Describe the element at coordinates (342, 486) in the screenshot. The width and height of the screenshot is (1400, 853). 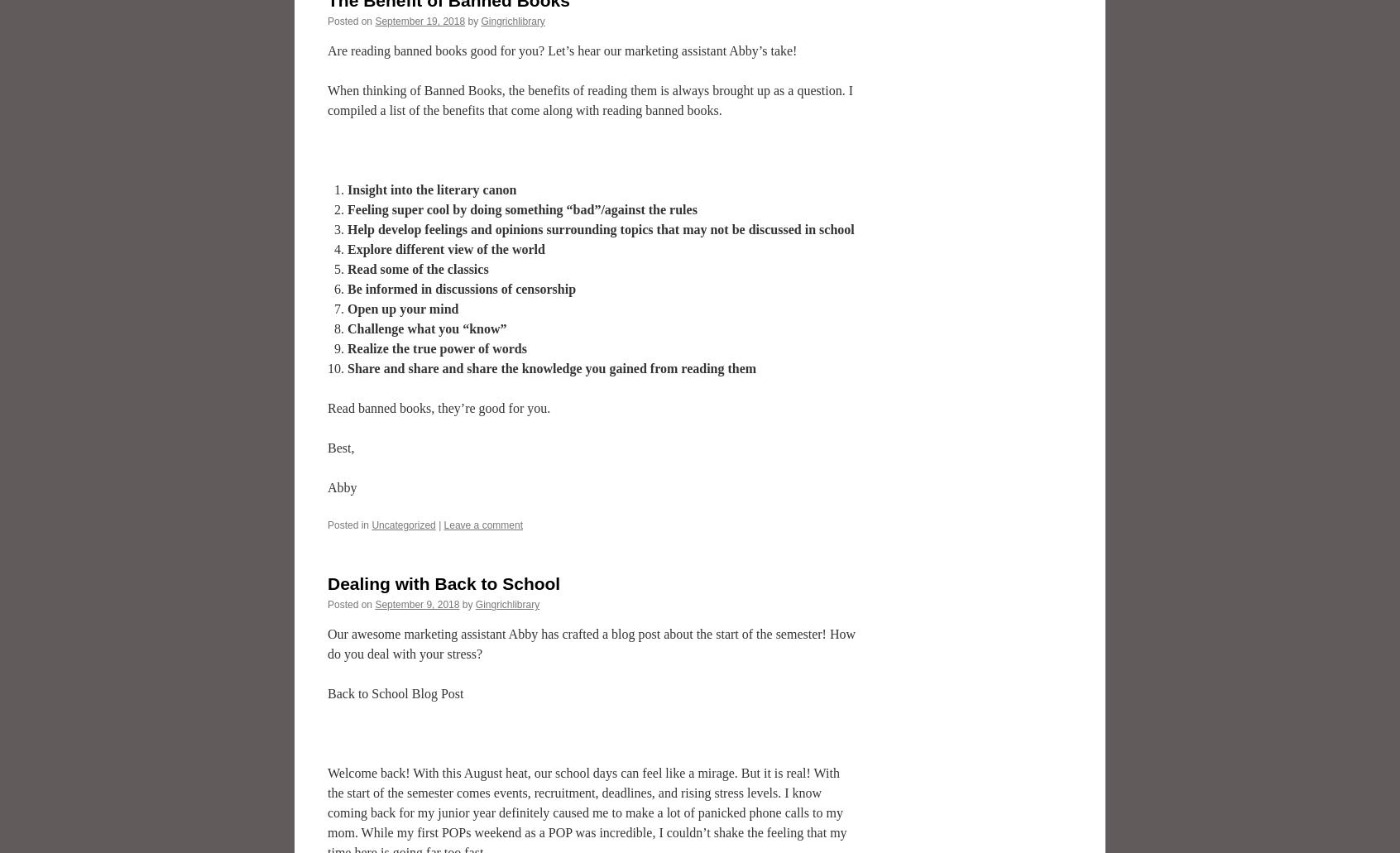
I see `'Abby'` at that location.